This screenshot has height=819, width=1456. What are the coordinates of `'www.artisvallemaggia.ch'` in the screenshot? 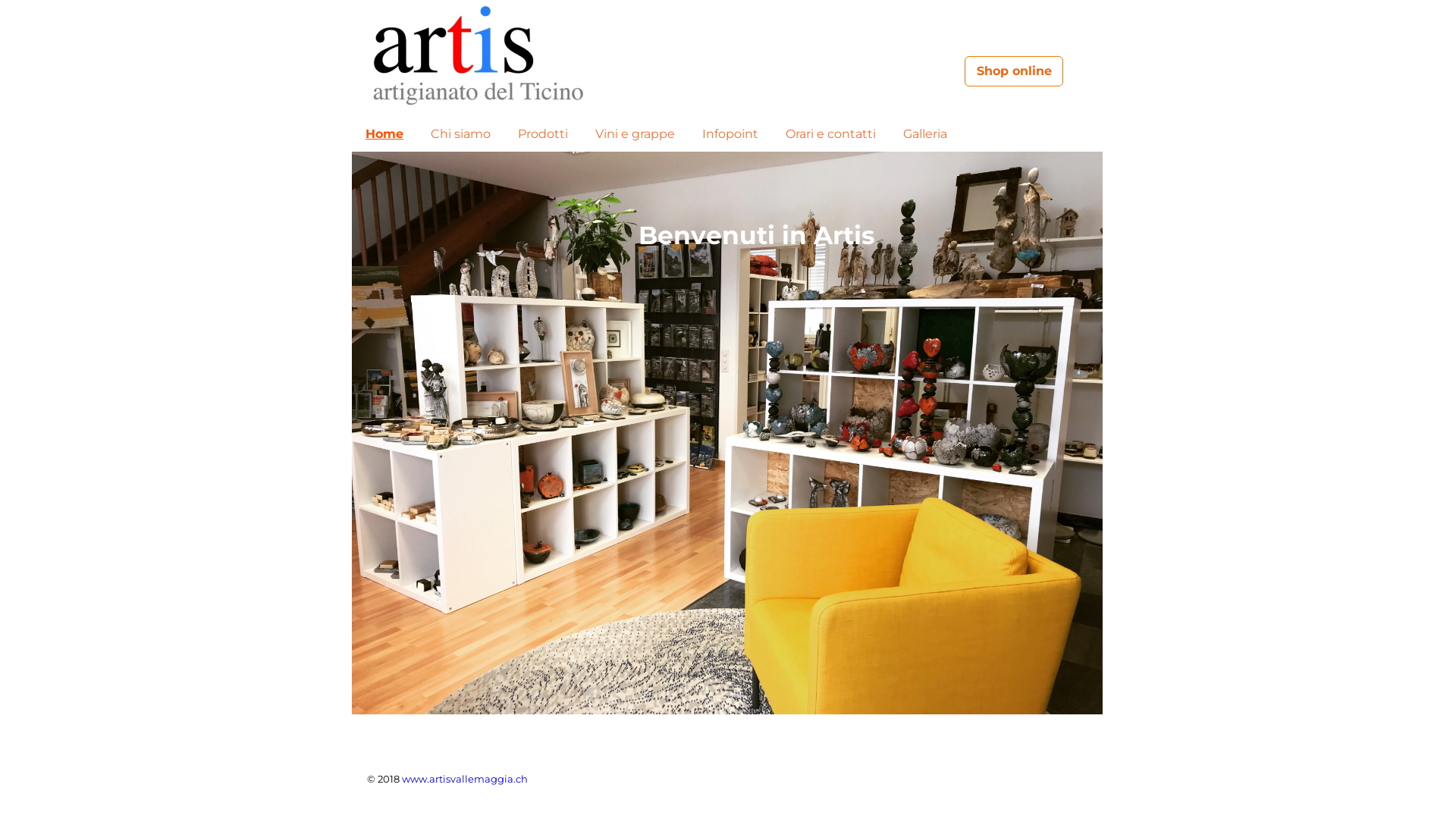 It's located at (401, 778).